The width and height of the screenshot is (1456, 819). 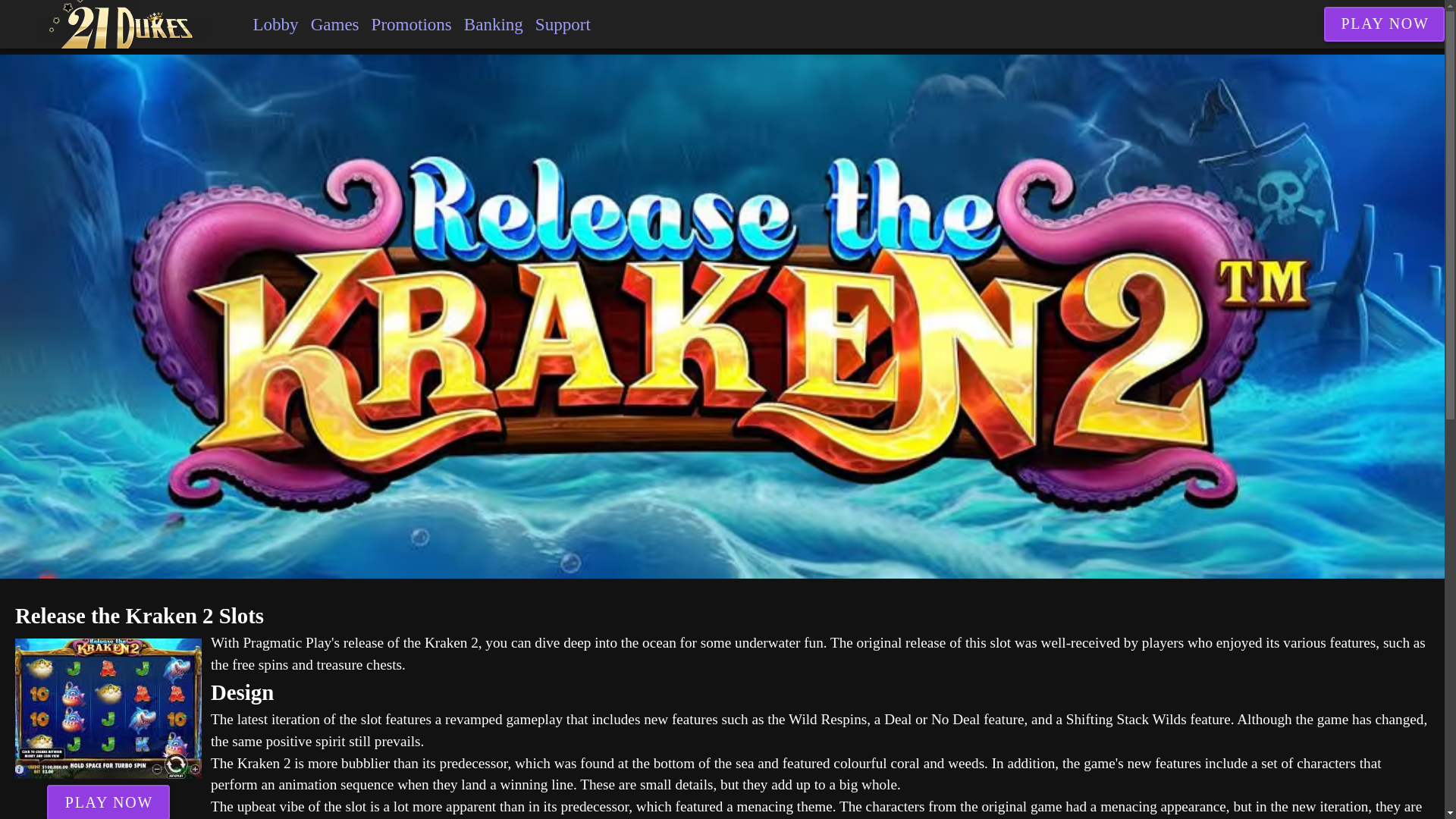 I want to click on 'PLAY NOW', so click(x=1384, y=24).